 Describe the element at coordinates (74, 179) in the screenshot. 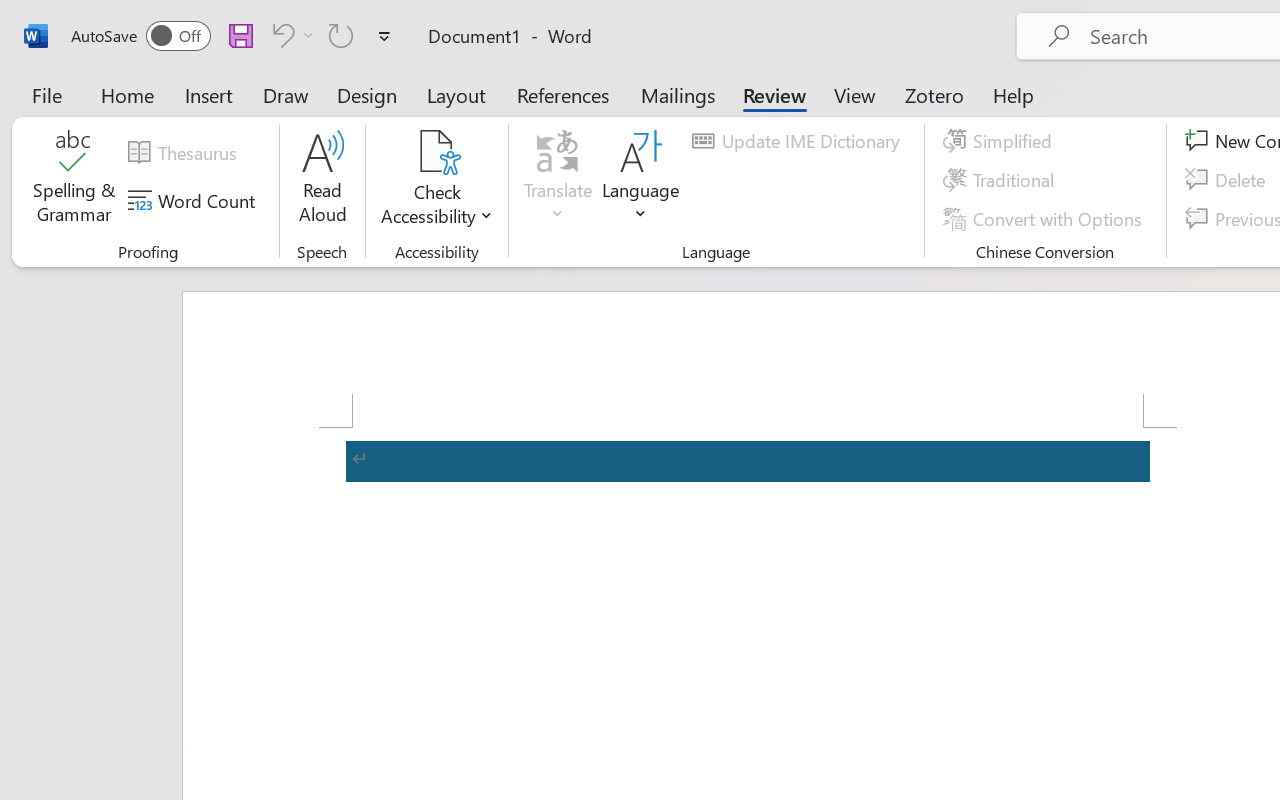

I see `'Spelling & Grammar'` at that location.